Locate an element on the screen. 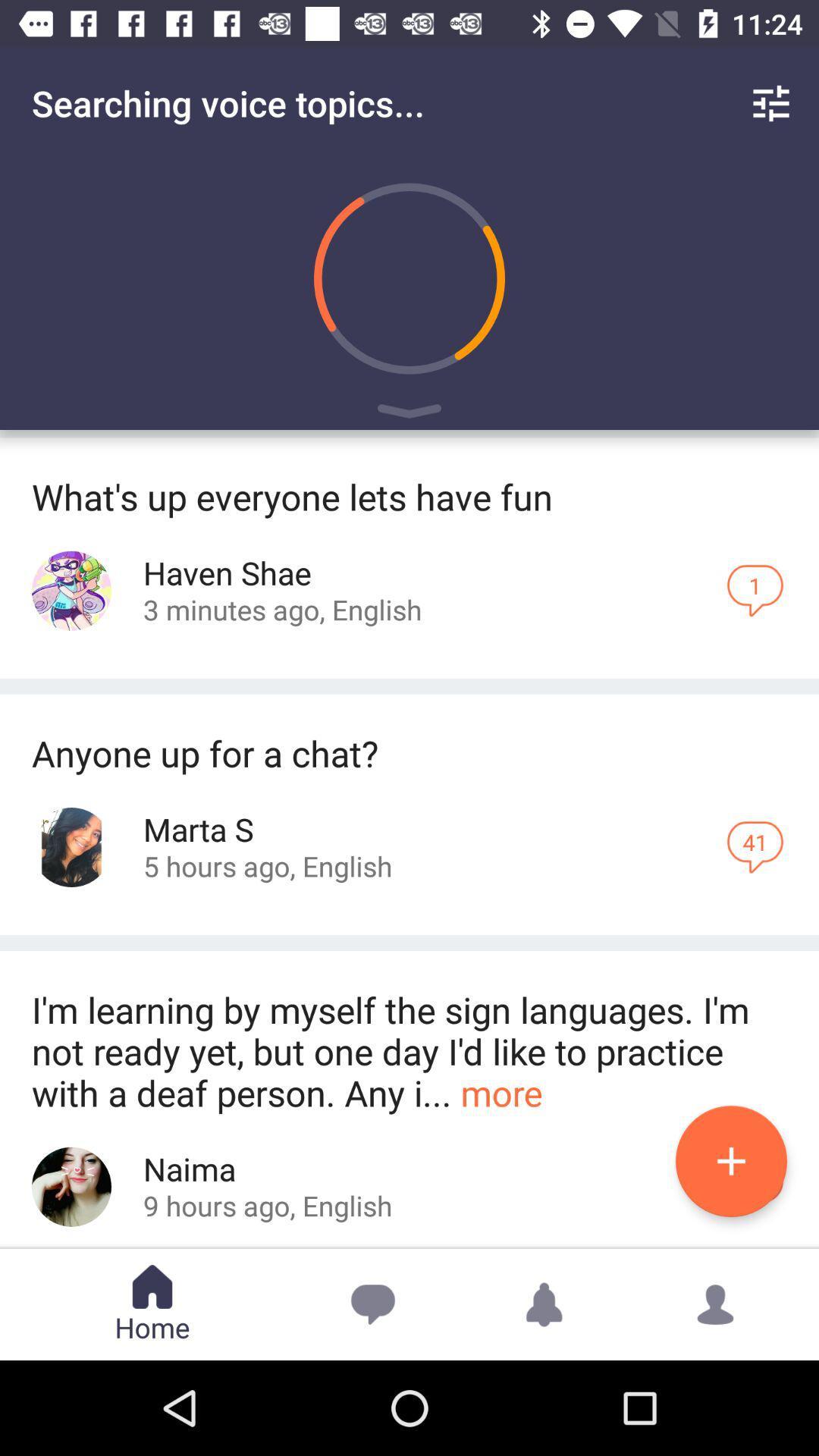 This screenshot has height=1456, width=819. open the menu is located at coordinates (409, 414).